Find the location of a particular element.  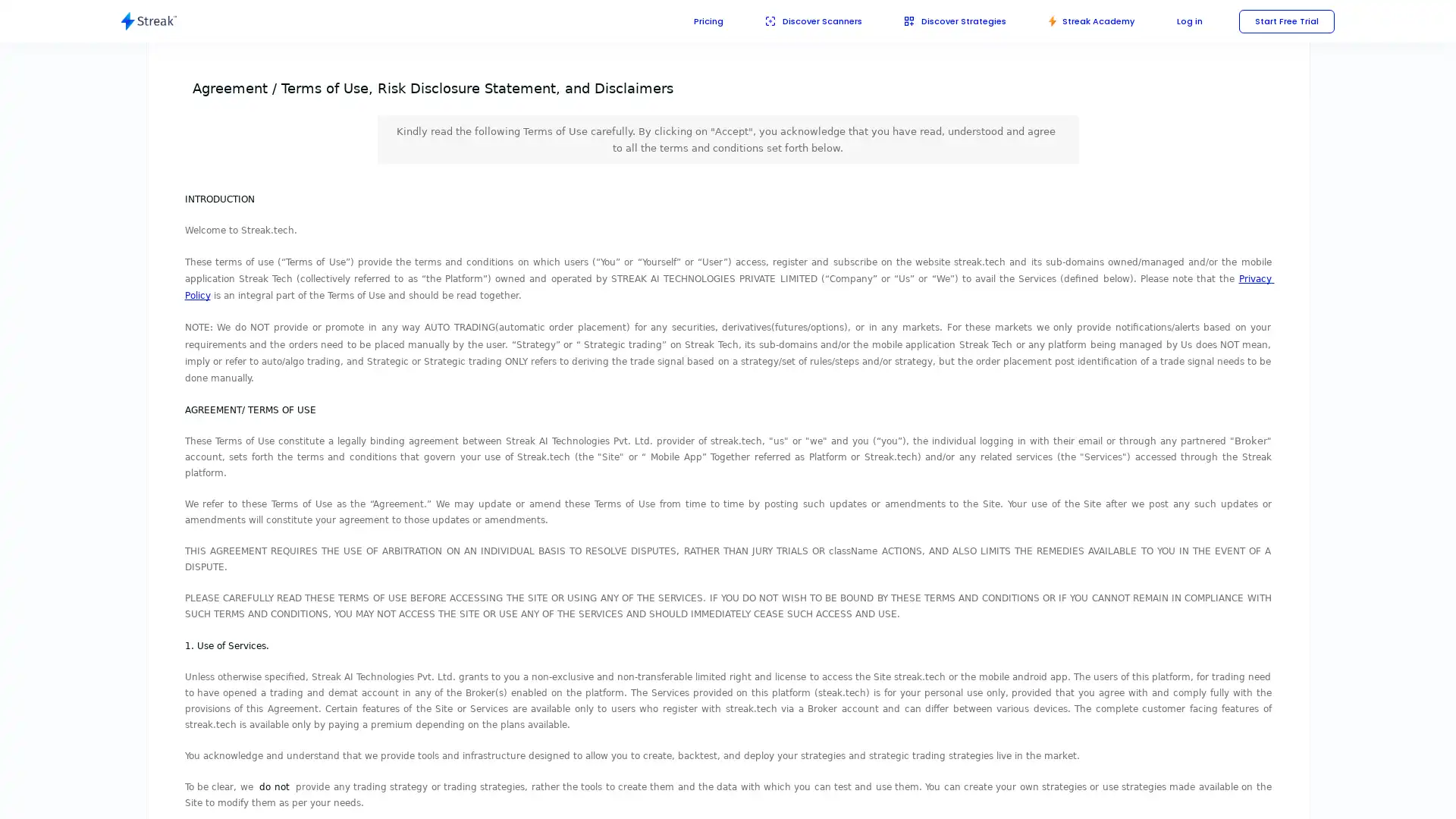

Start Free Trial is located at coordinates (1284, 20).